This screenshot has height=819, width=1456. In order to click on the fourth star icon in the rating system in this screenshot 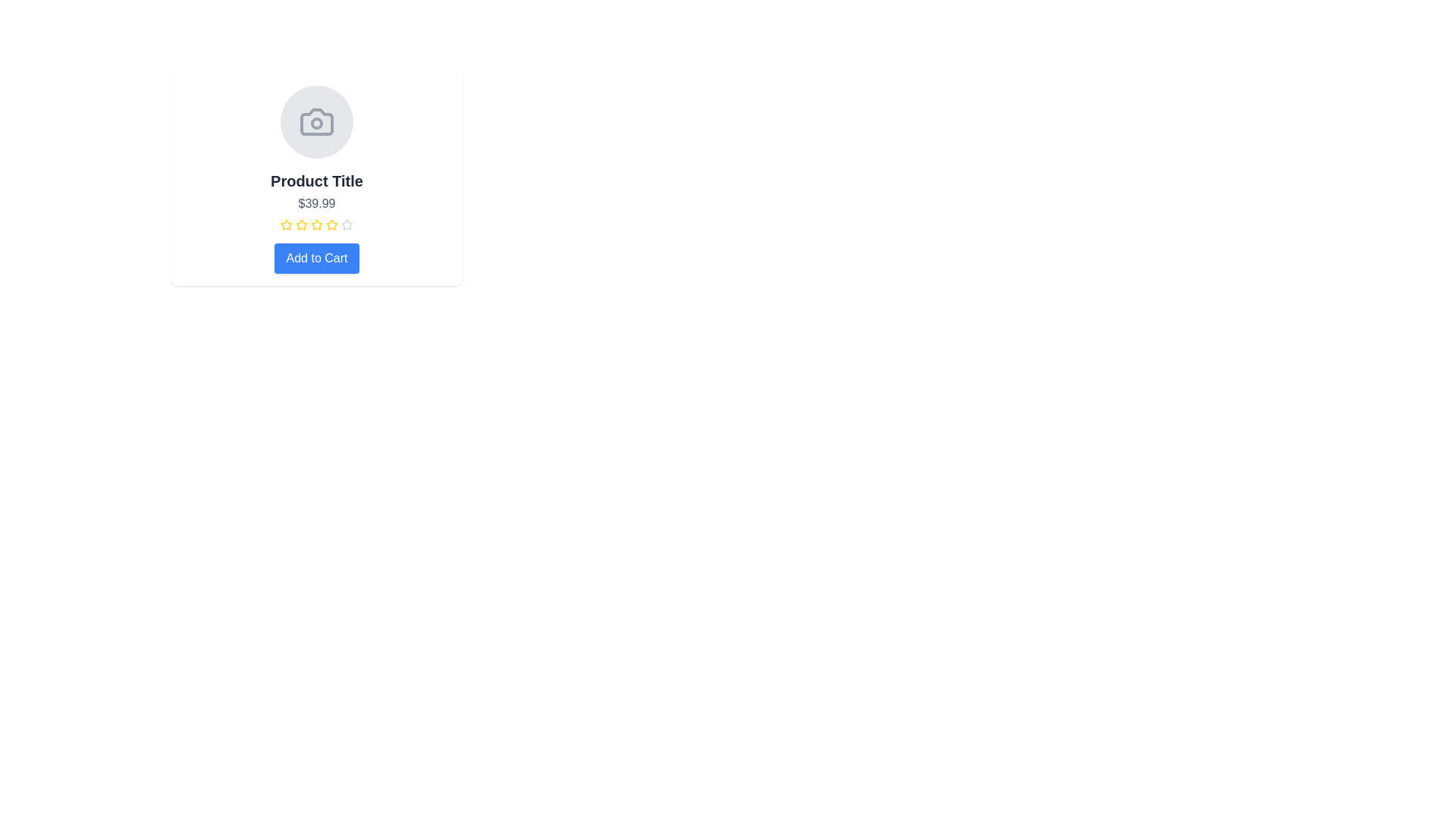, I will do `click(346, 224)`.